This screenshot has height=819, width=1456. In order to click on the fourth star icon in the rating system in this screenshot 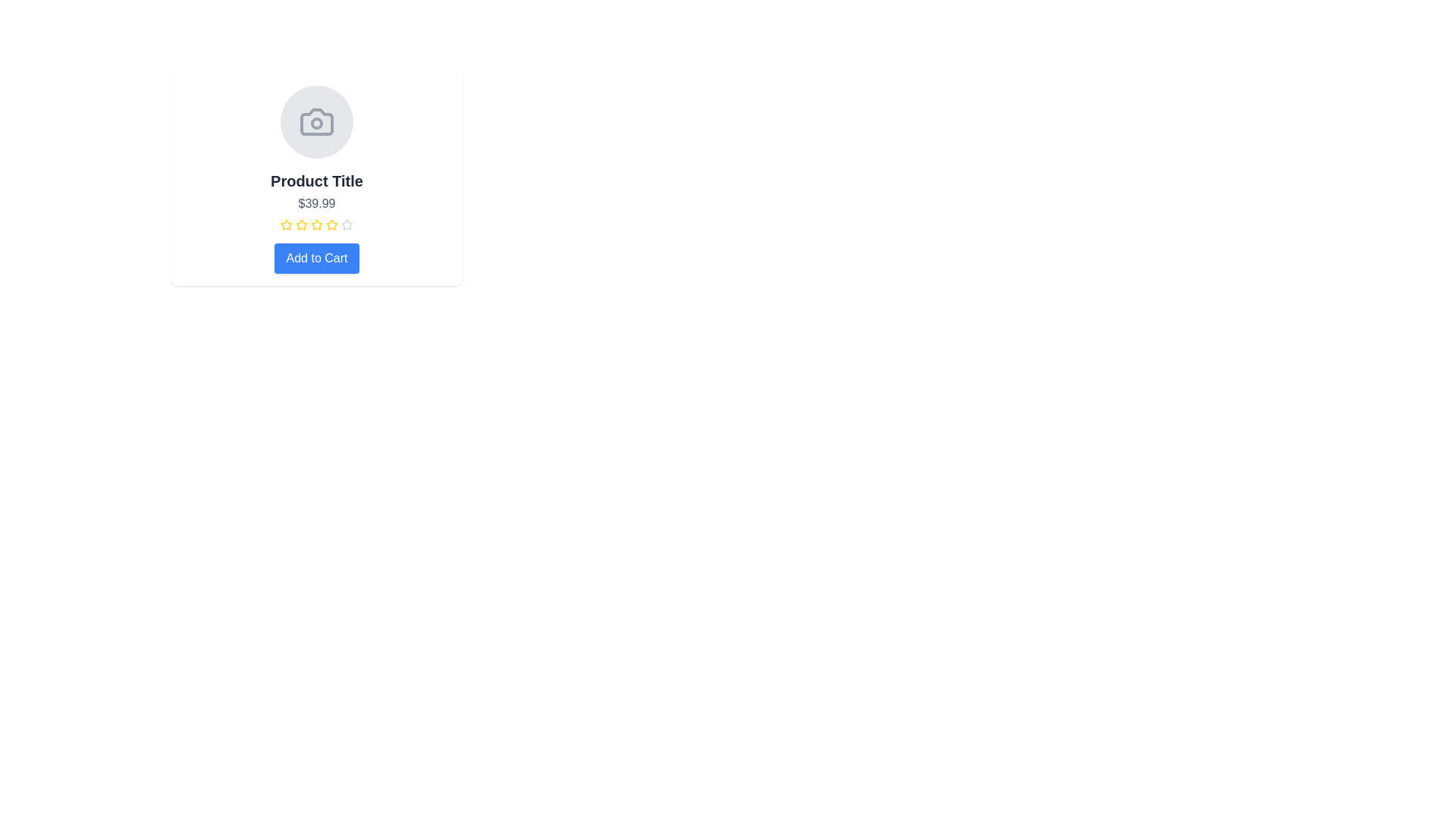, I will do `click(346, 224)`.